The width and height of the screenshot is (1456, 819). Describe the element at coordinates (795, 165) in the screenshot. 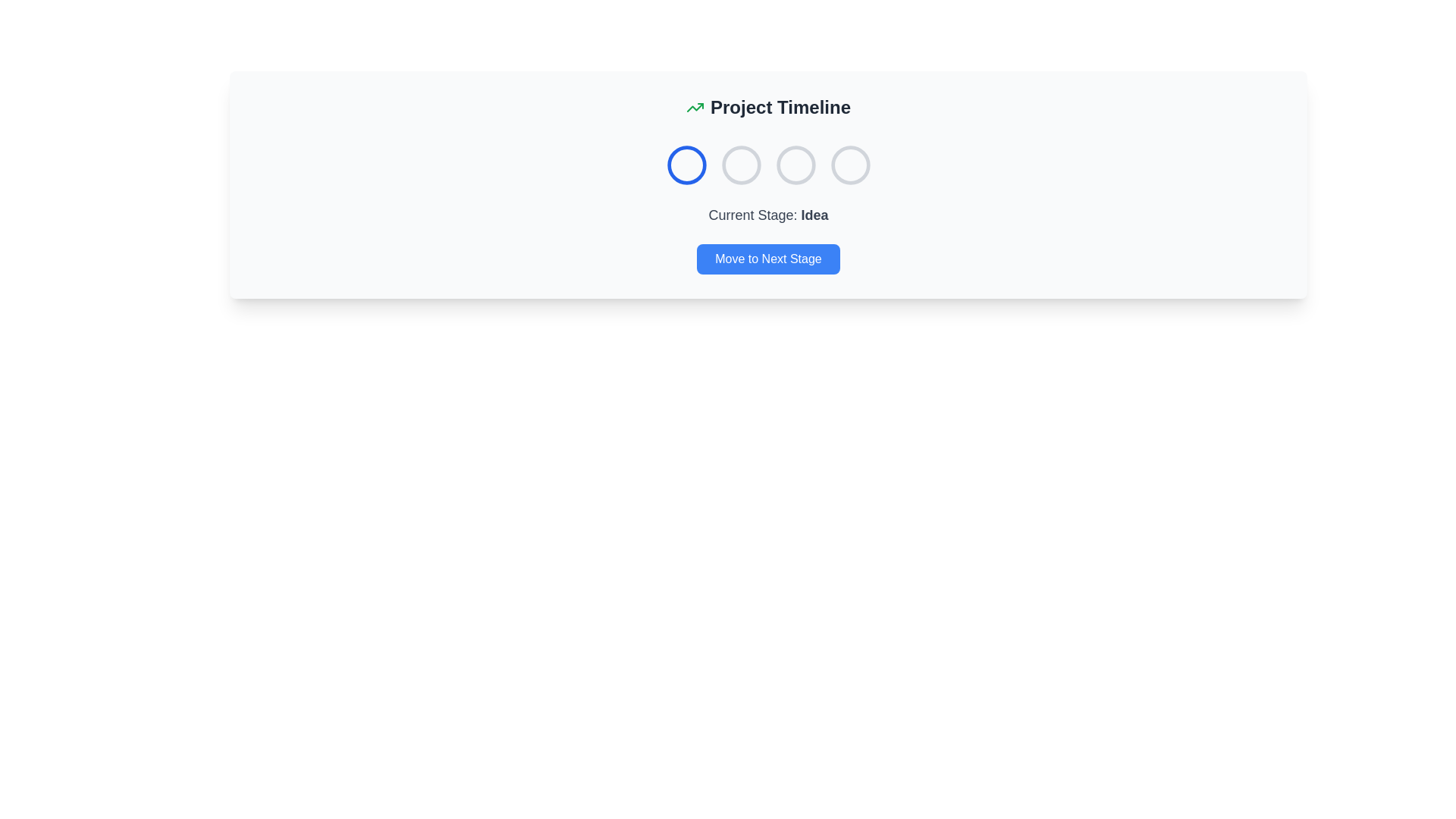

I see `the third circular Step Indicator in the project timeline interface, which has a gray border and no fill` at that location.